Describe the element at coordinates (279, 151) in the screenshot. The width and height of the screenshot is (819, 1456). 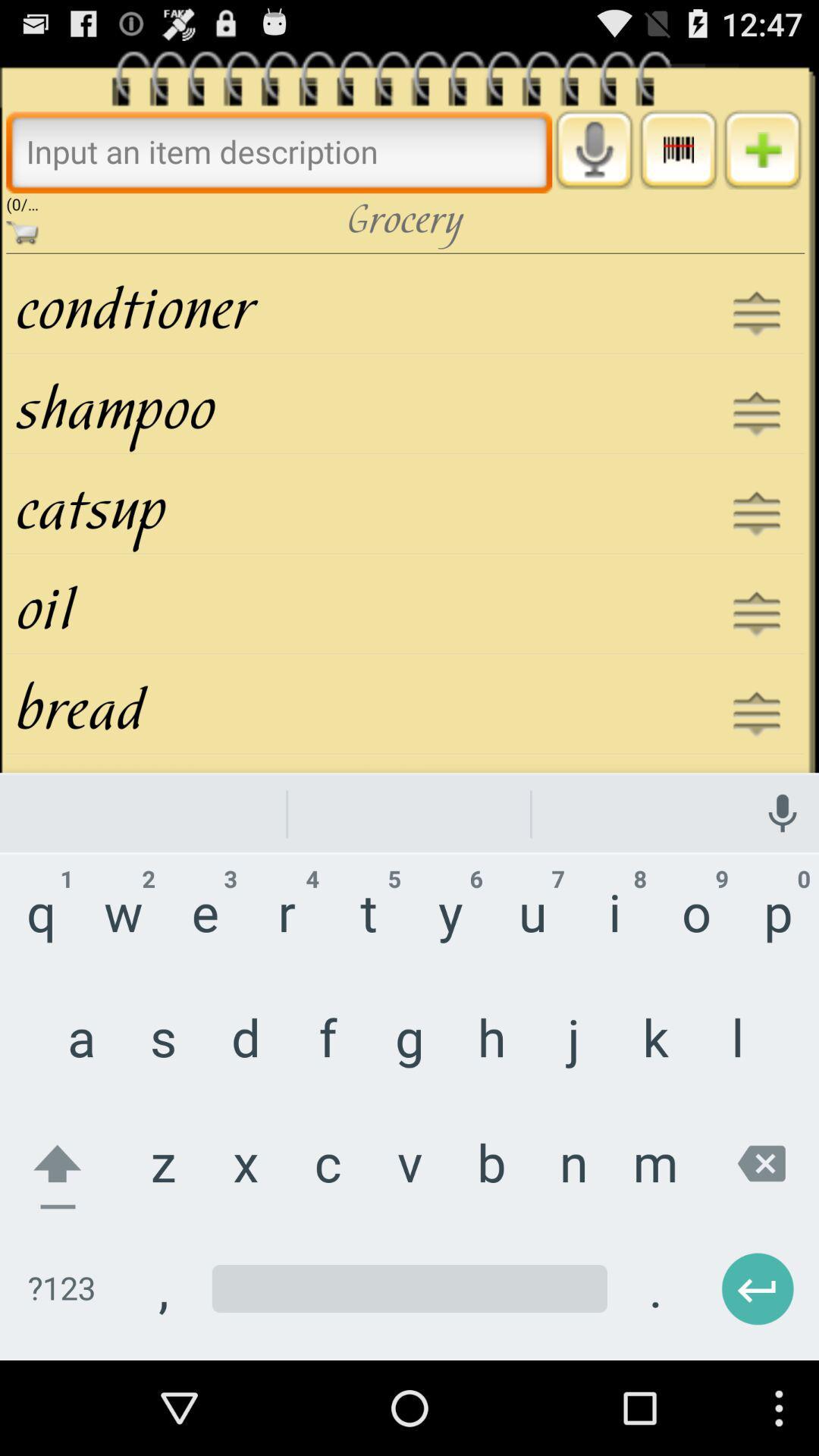
I see `seach button` at that location.